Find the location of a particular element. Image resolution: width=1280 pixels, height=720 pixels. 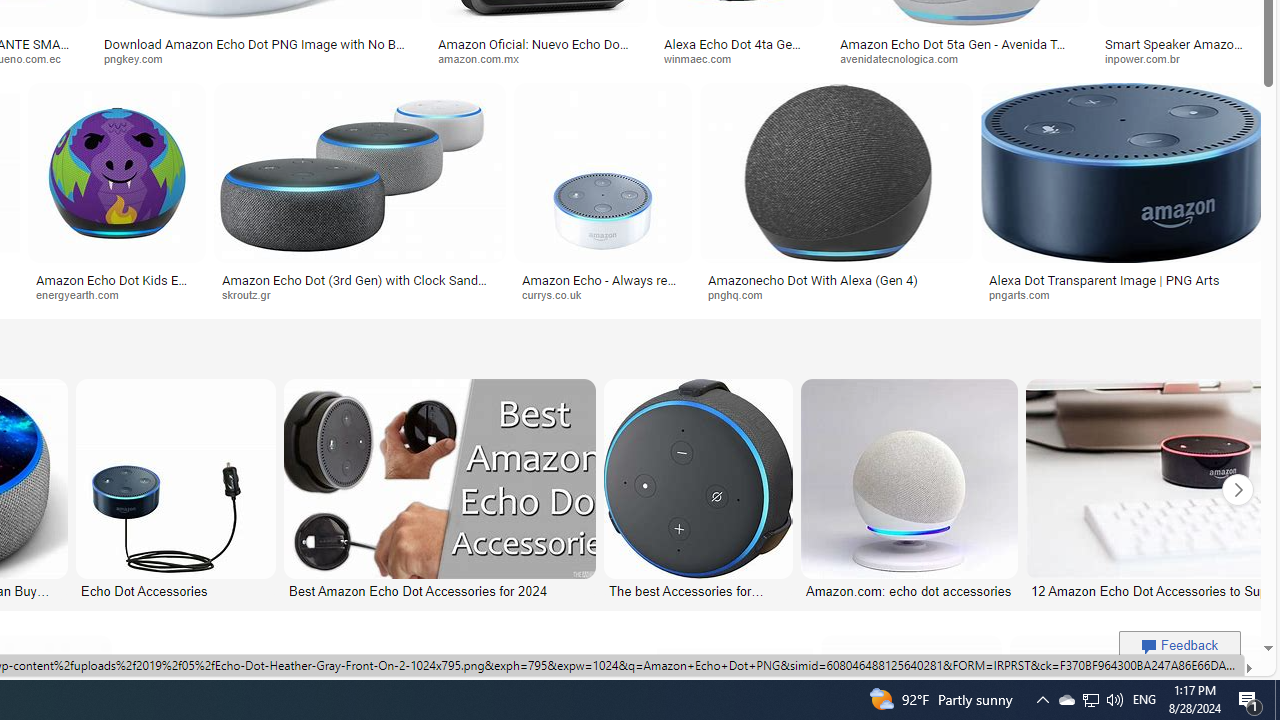

'Image result for Amazon Echo Dot PNG' is located at coordinates (1123, 171).